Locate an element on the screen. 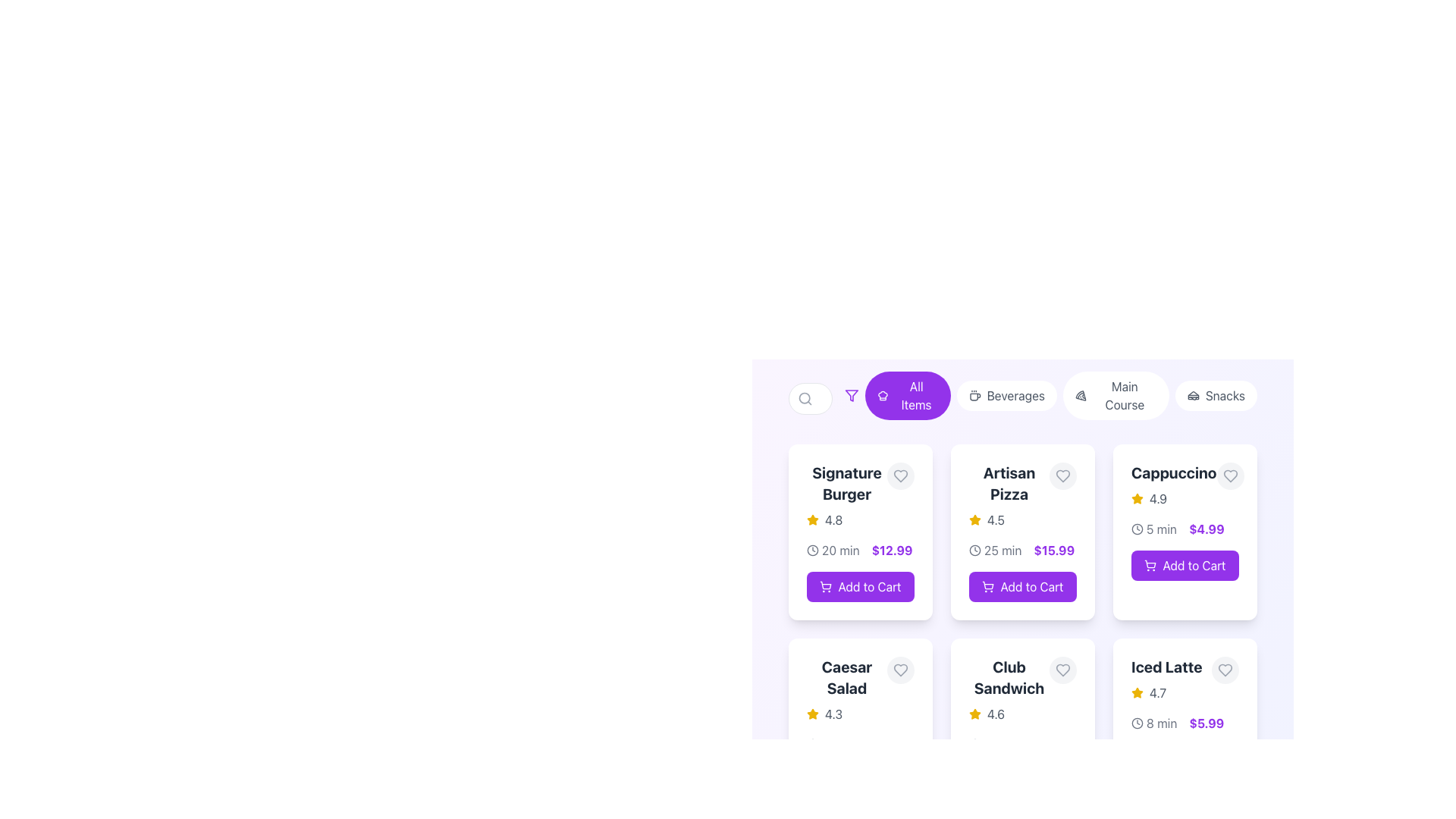 The image size is (1456, 819). estimated preparation or delivery time displayed in the Text label for 'Artisan Pizza', located in the second card from the left on the top row of the grid layout is located at coordinates (1003, 550).